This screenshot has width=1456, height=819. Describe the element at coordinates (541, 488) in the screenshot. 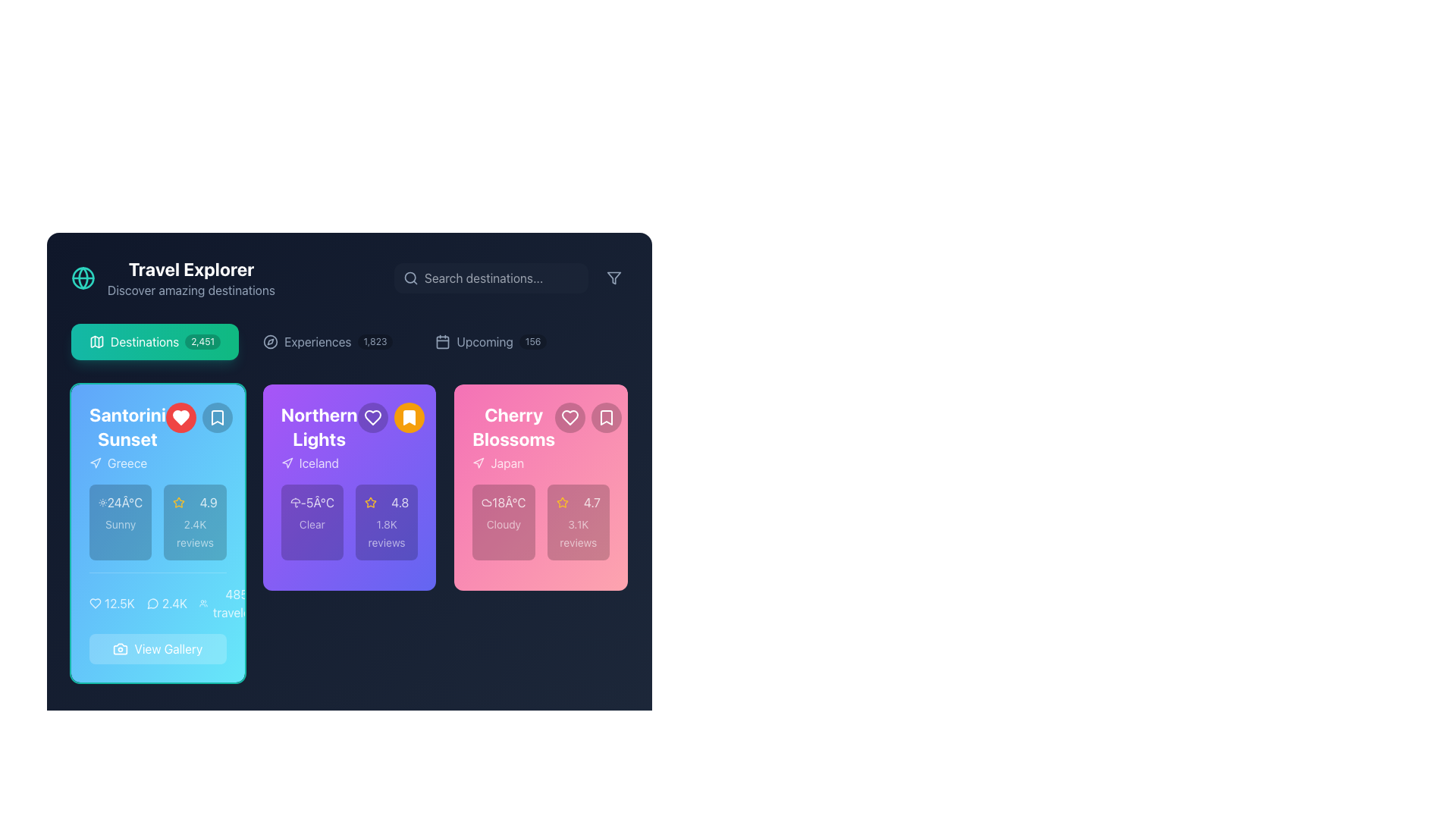

I see `the destination details panel labeled 'Cherry Blossoms', which is the third card in a horizontal group of cards located in the central right portion of the interface` at that location.